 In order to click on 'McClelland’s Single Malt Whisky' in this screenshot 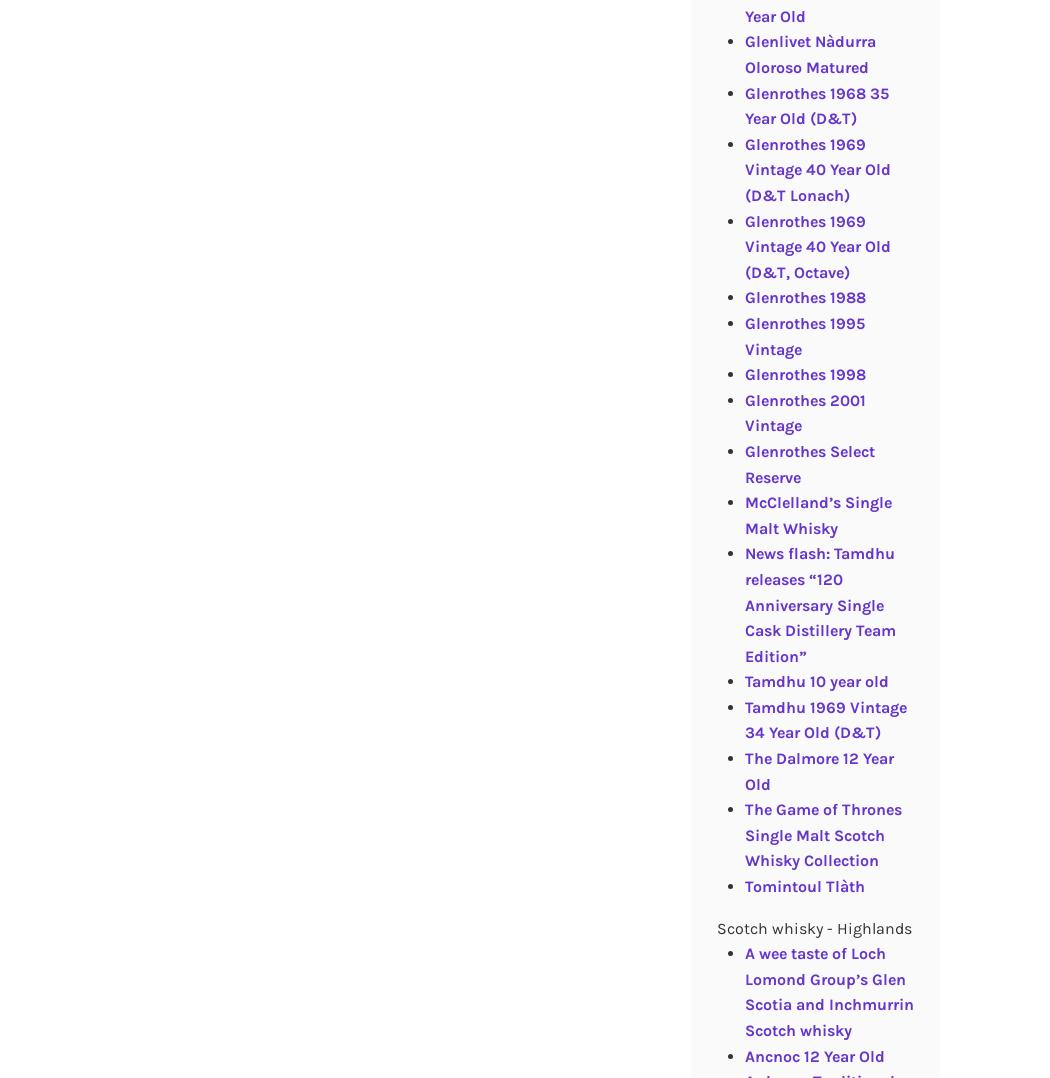, I will do `click(743, 514)`.